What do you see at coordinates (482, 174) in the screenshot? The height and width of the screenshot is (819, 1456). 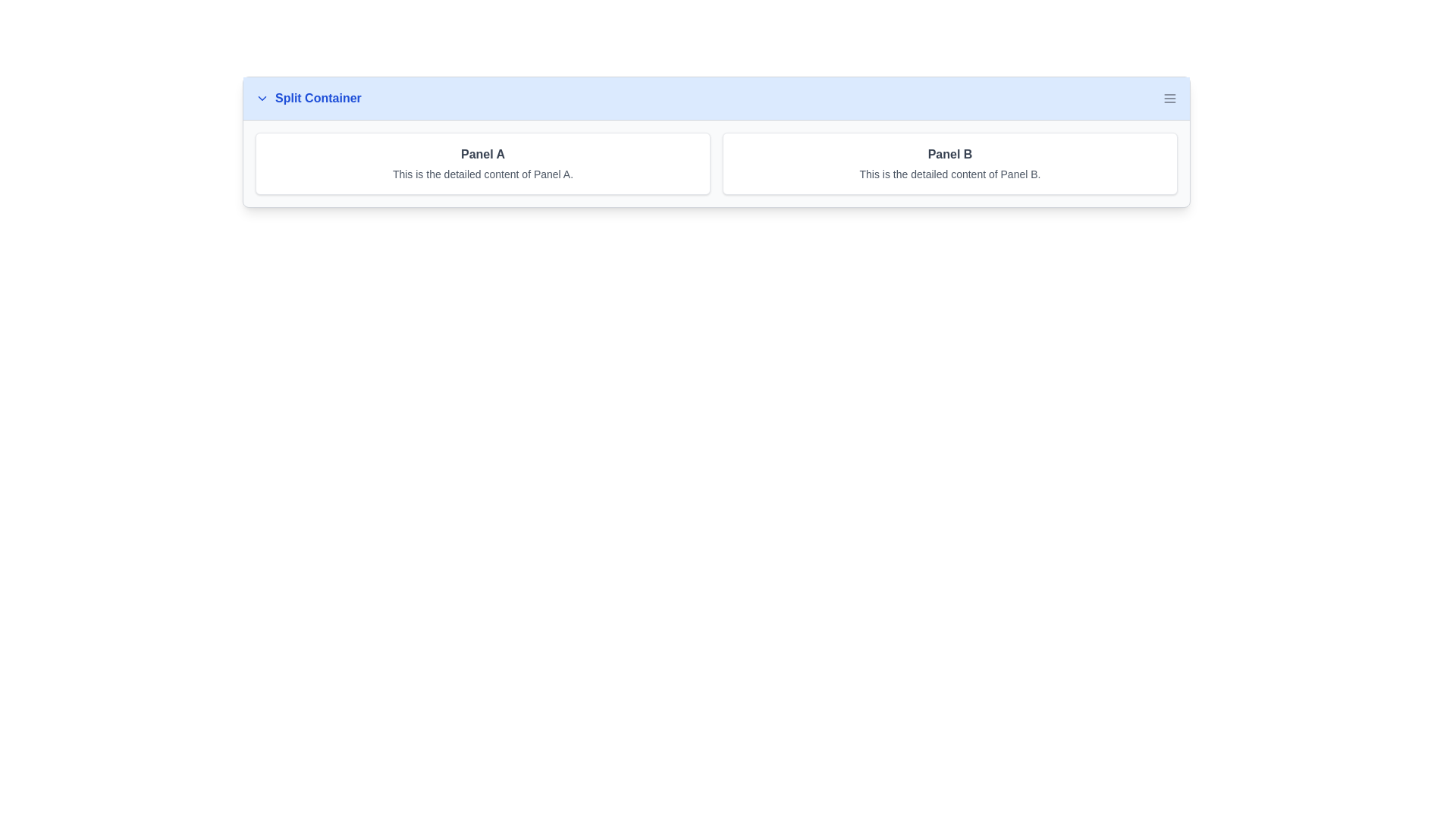 I see `the text element displaying 'This is the detailed content of Panel A.' located at the bottom of the left panel titled 'Panel A.'` at bounding box center [482, 174].